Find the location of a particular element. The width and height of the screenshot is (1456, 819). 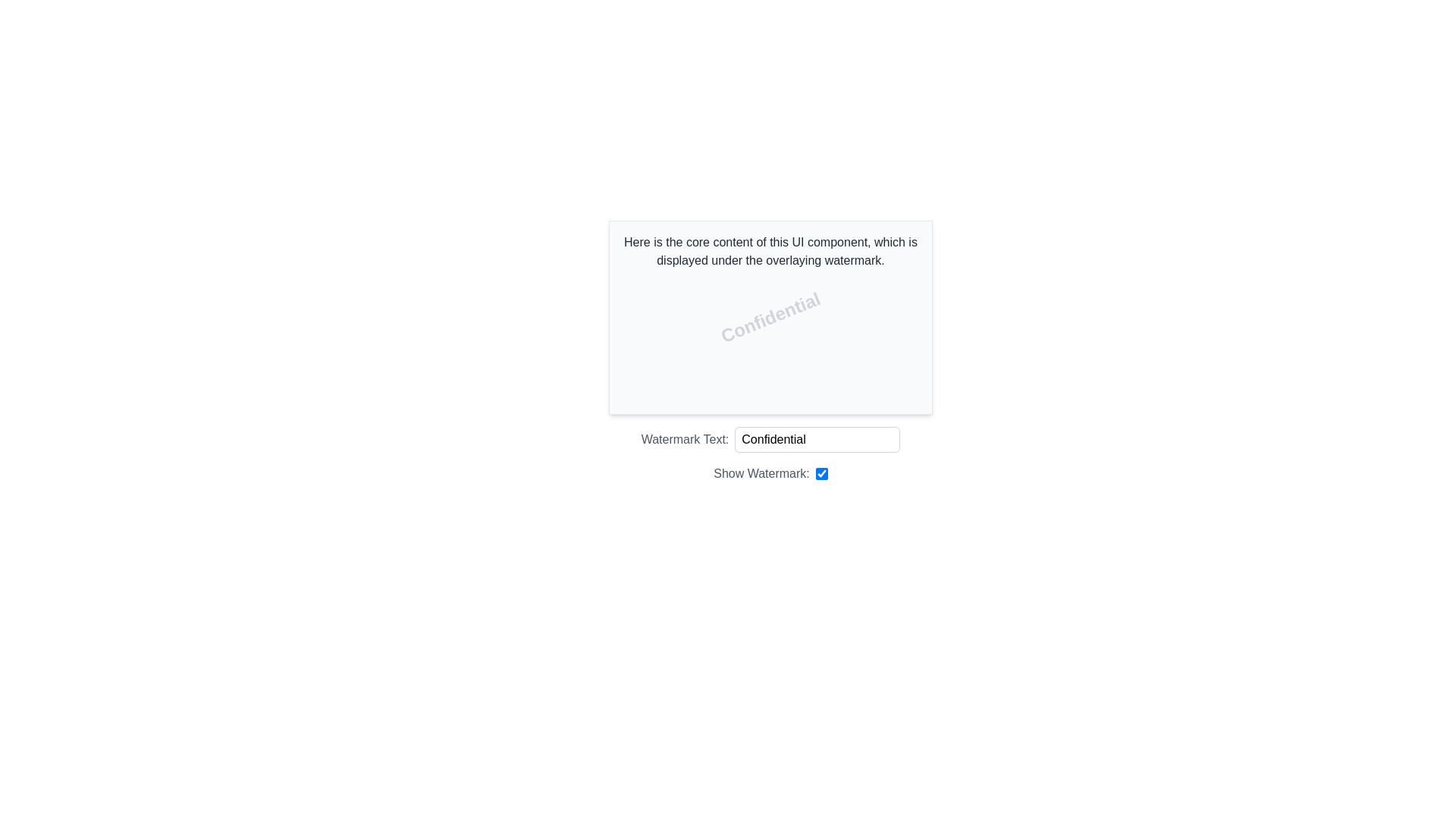

the text label that reads 'Show Watermark:', styled with a gray font color and medium size, which is positioned near the center bottom of the UI, above a checkbox is located at coordinates (761, 472).